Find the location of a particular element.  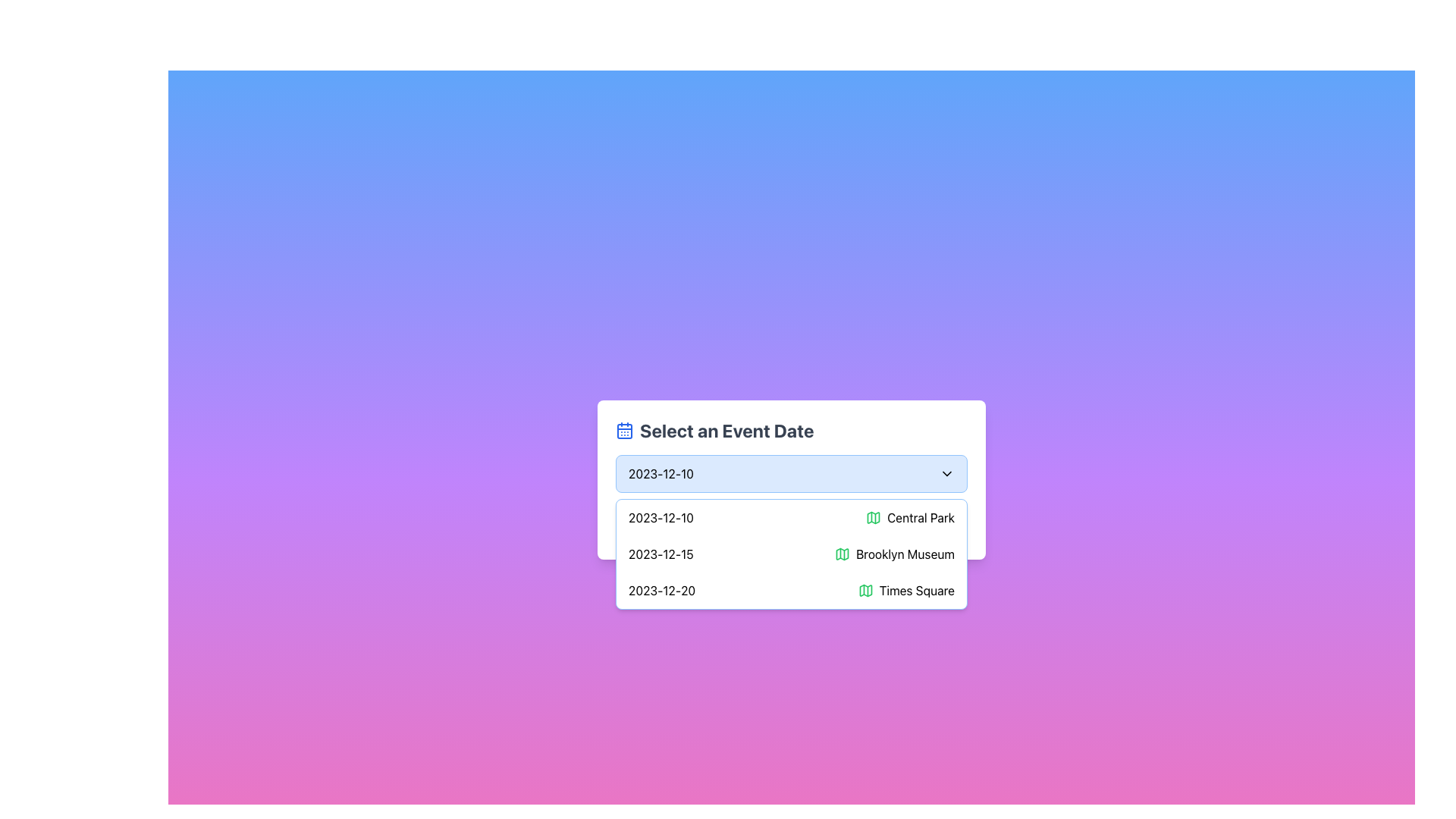

the dropdown menu titled 'Select an Event Date' is located at coordinates (790, 479).